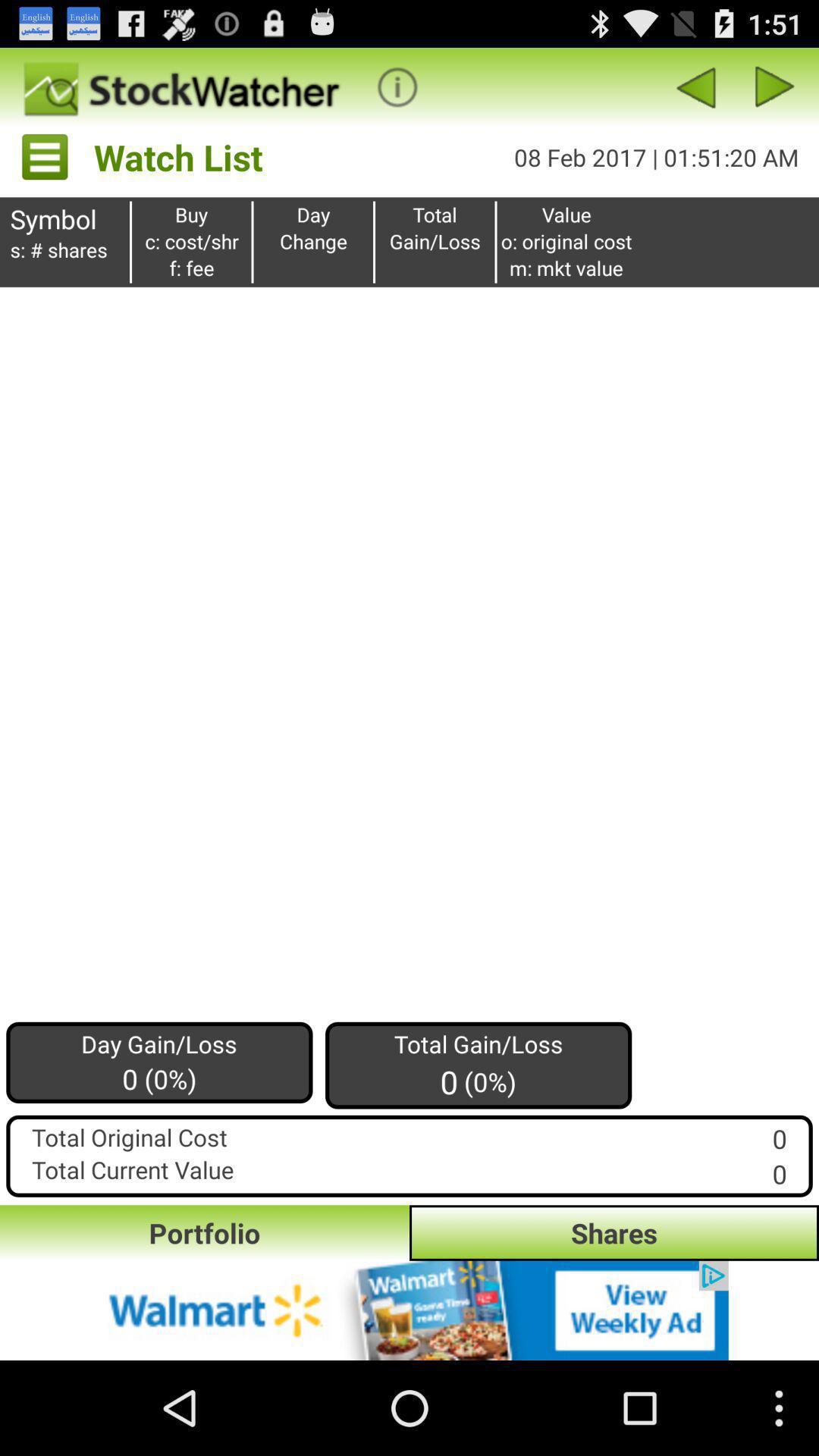 This screenshot has height=1456, width=819. What do you see at coordinates (695, 86) in the screenshot?
I see `go back` at bounding box center [695, 86].